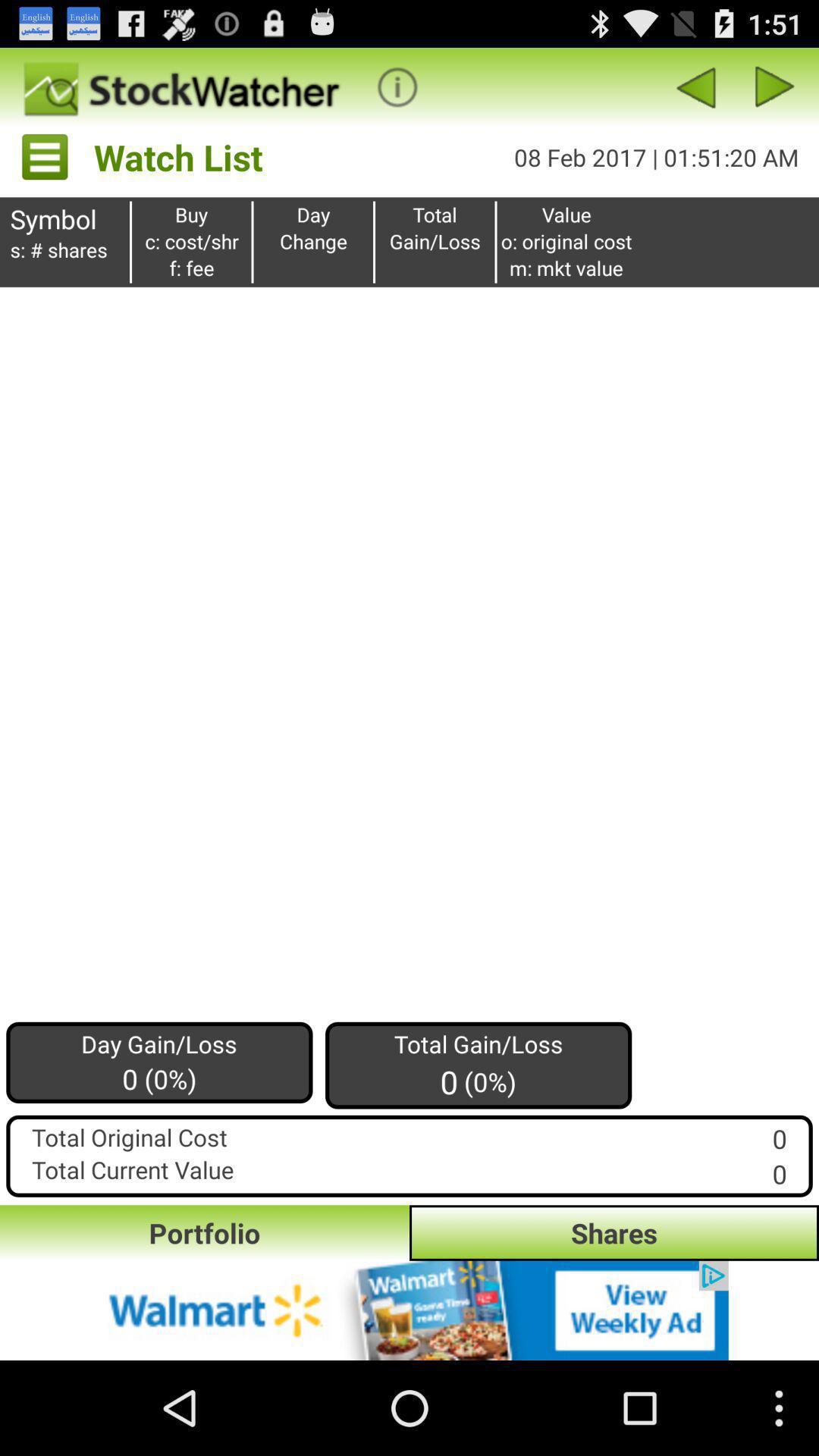 This screenshot has height=1456, width=819. What do you see at coordinates (695, 86) in the screenshot?
I see `go back` at bounding box center [695, 86].